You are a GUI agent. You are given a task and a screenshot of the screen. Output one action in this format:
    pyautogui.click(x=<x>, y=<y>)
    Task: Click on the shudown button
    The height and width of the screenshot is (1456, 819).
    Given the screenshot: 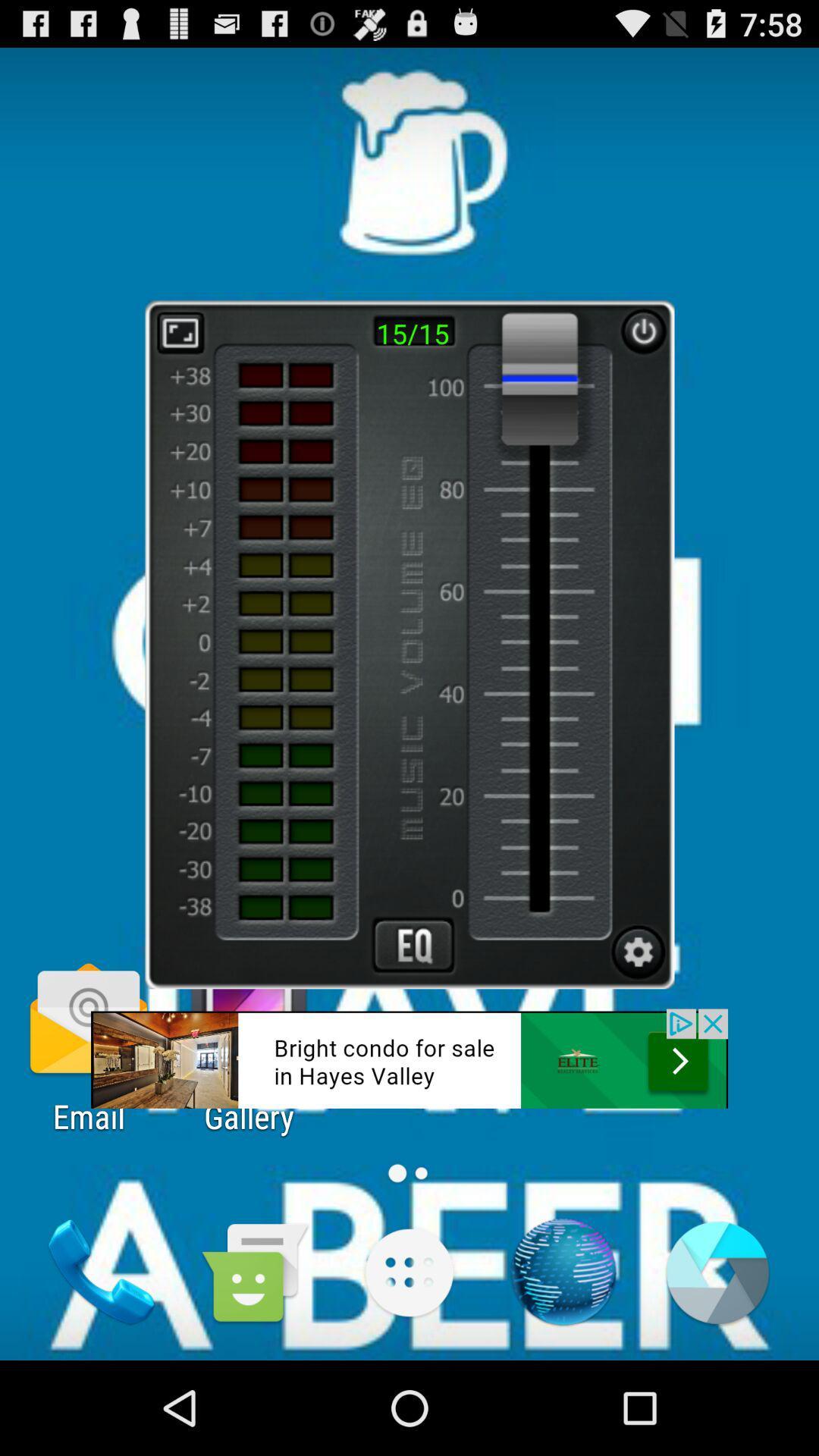 What is the action you would take?
    pyautogui.click(x=643, y=331)
    